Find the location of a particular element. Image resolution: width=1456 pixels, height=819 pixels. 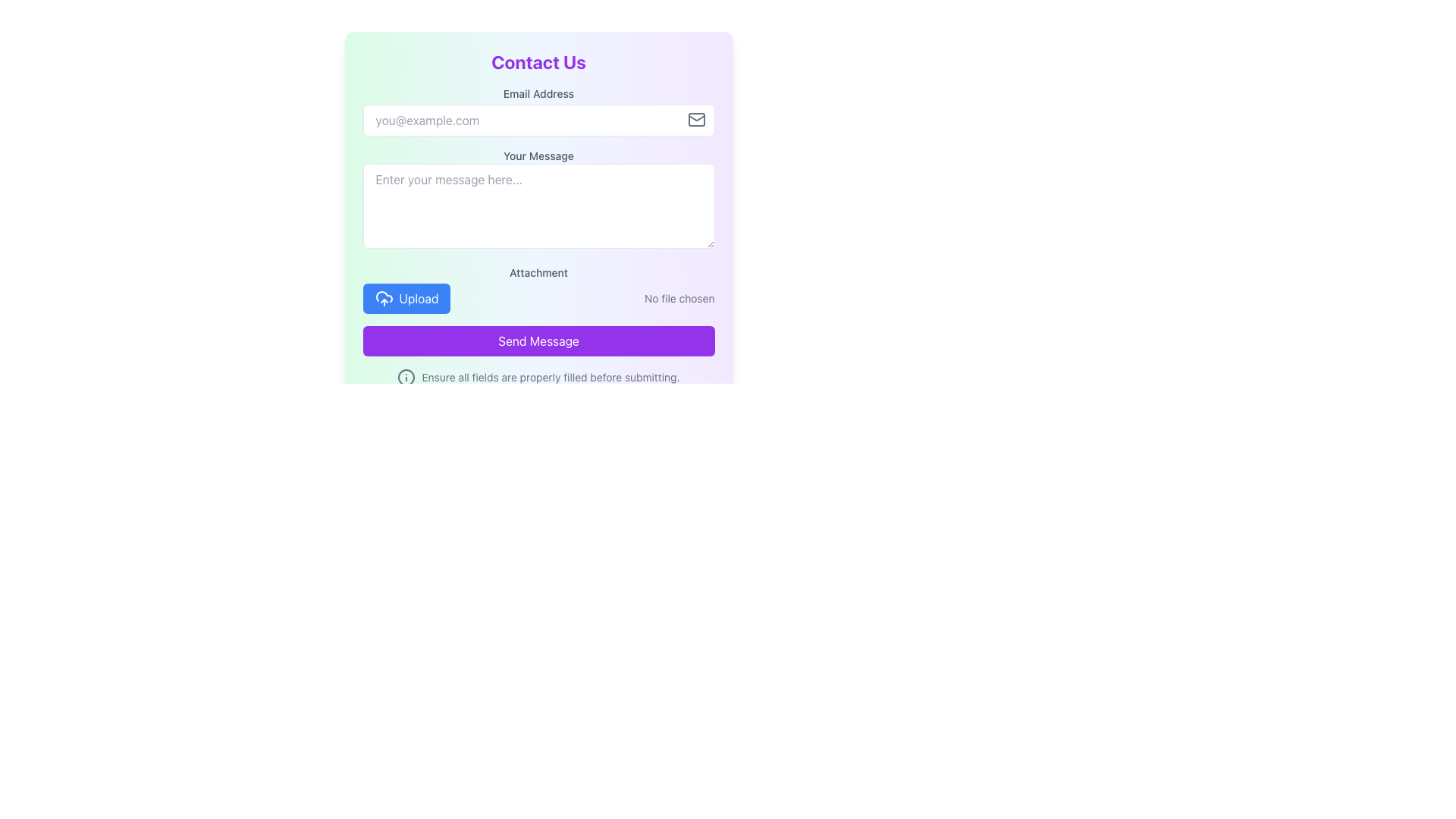

the text label 'Upload' which is styled in white font on a blue background, located within a button next to an upload cloud icon is located at coordinates (419, 298).